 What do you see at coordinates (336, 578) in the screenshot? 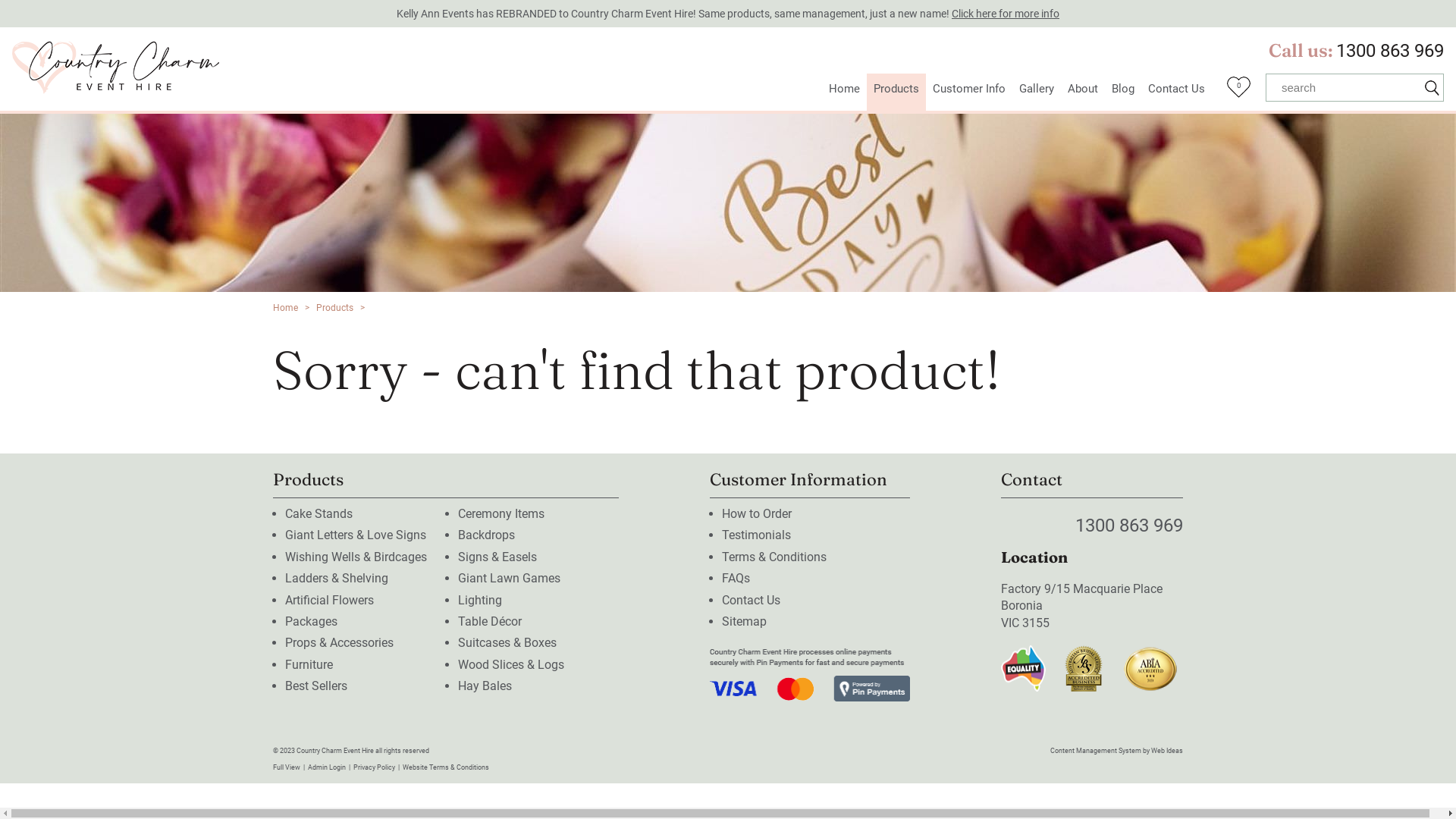
I see `'Ladders & Shelving'` at bounding box center [336, 578].